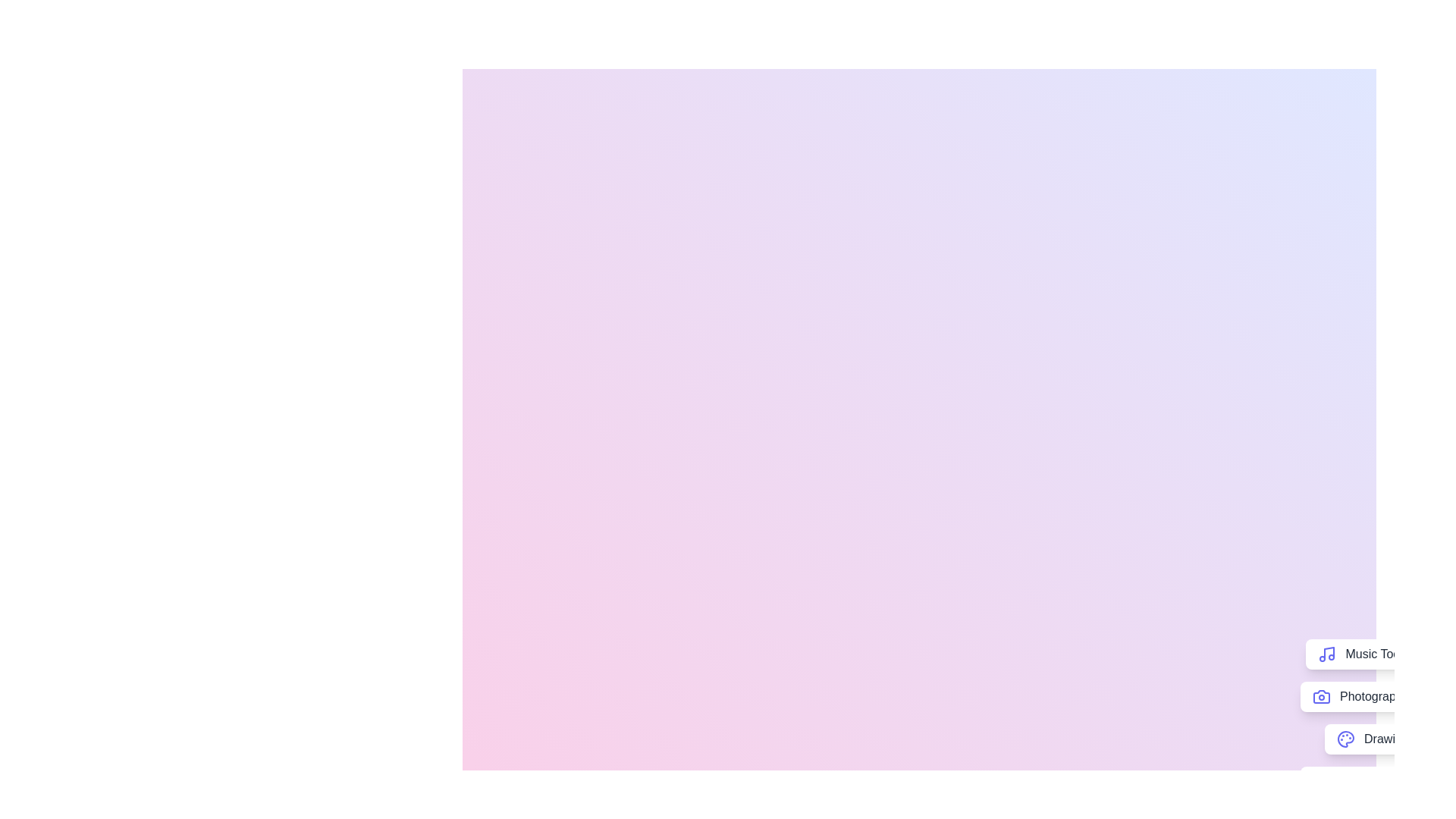 The image size is (1456, 819). I want to click on the 'Music Tools' button to access music-related tools, so click(1363, 654).